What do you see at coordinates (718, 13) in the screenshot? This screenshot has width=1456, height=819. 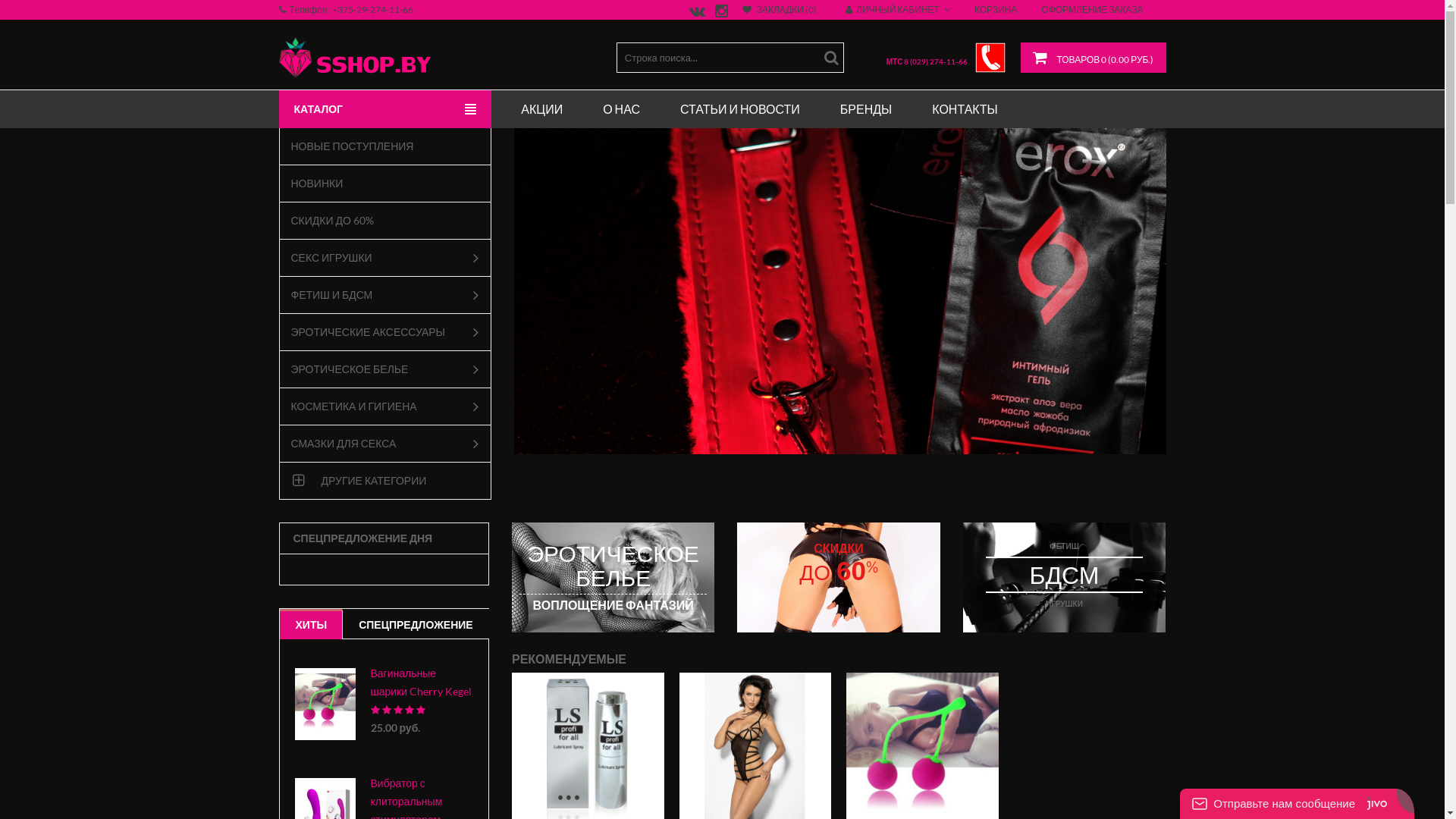 I see `'instagram'` at bounding box center [718, 13].